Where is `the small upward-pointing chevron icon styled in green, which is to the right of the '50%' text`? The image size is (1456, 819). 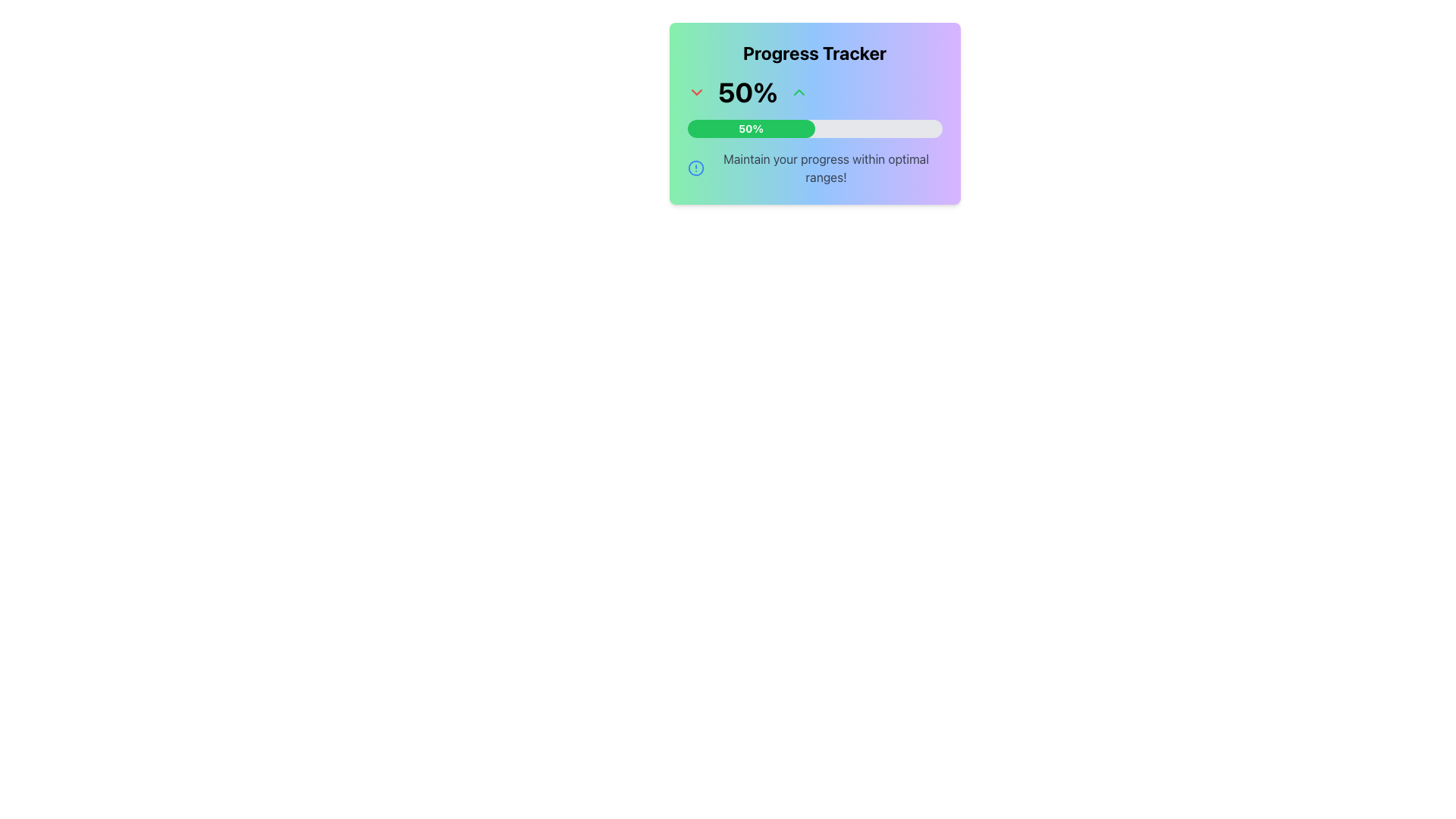
the small upward-pointing chevron icon styled in green, which is to the right of the '50%' text is located at coordinates (798, 93).